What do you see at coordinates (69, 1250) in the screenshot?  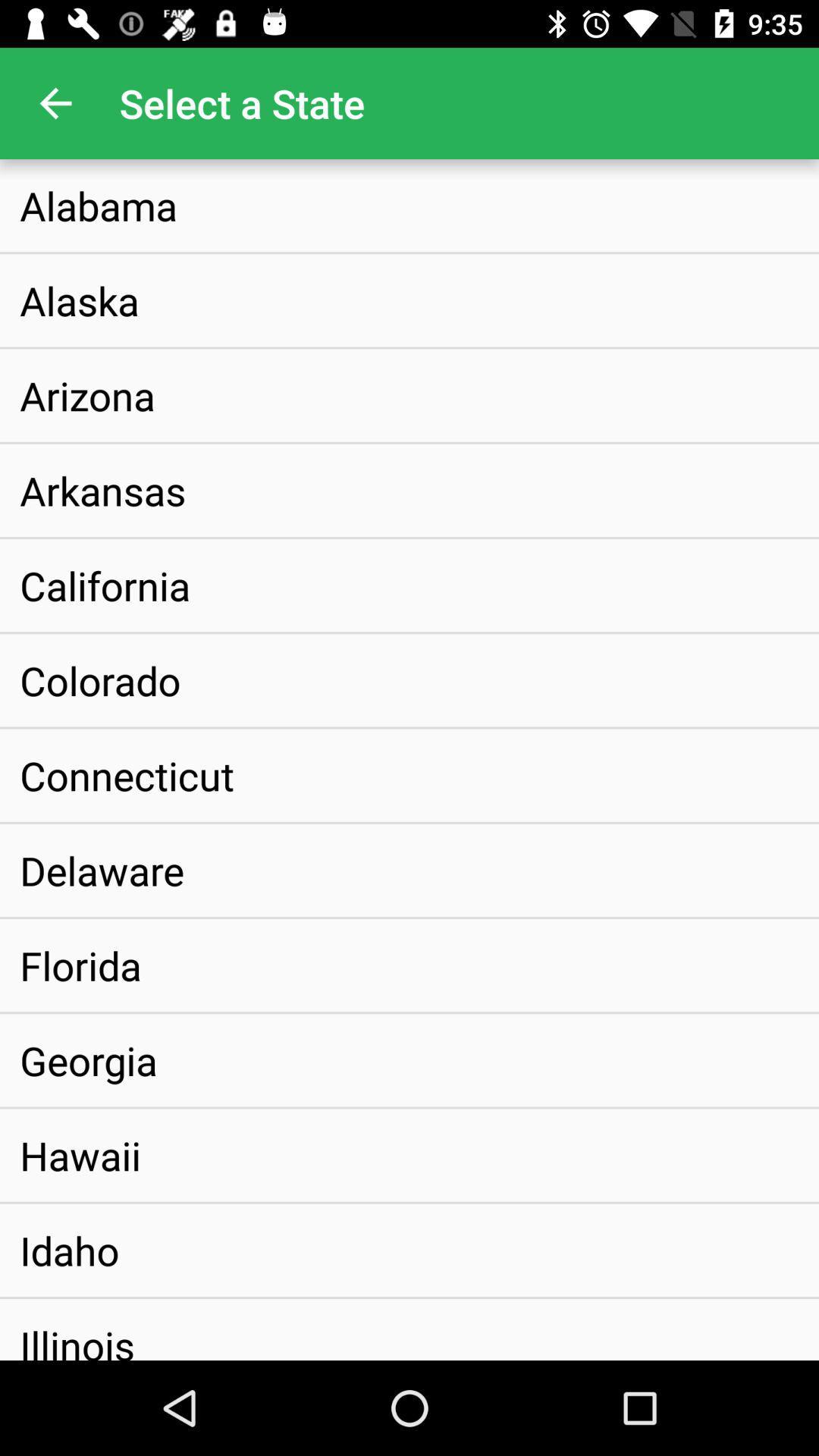 I see `idaho` at bounding box center [69, 1250].